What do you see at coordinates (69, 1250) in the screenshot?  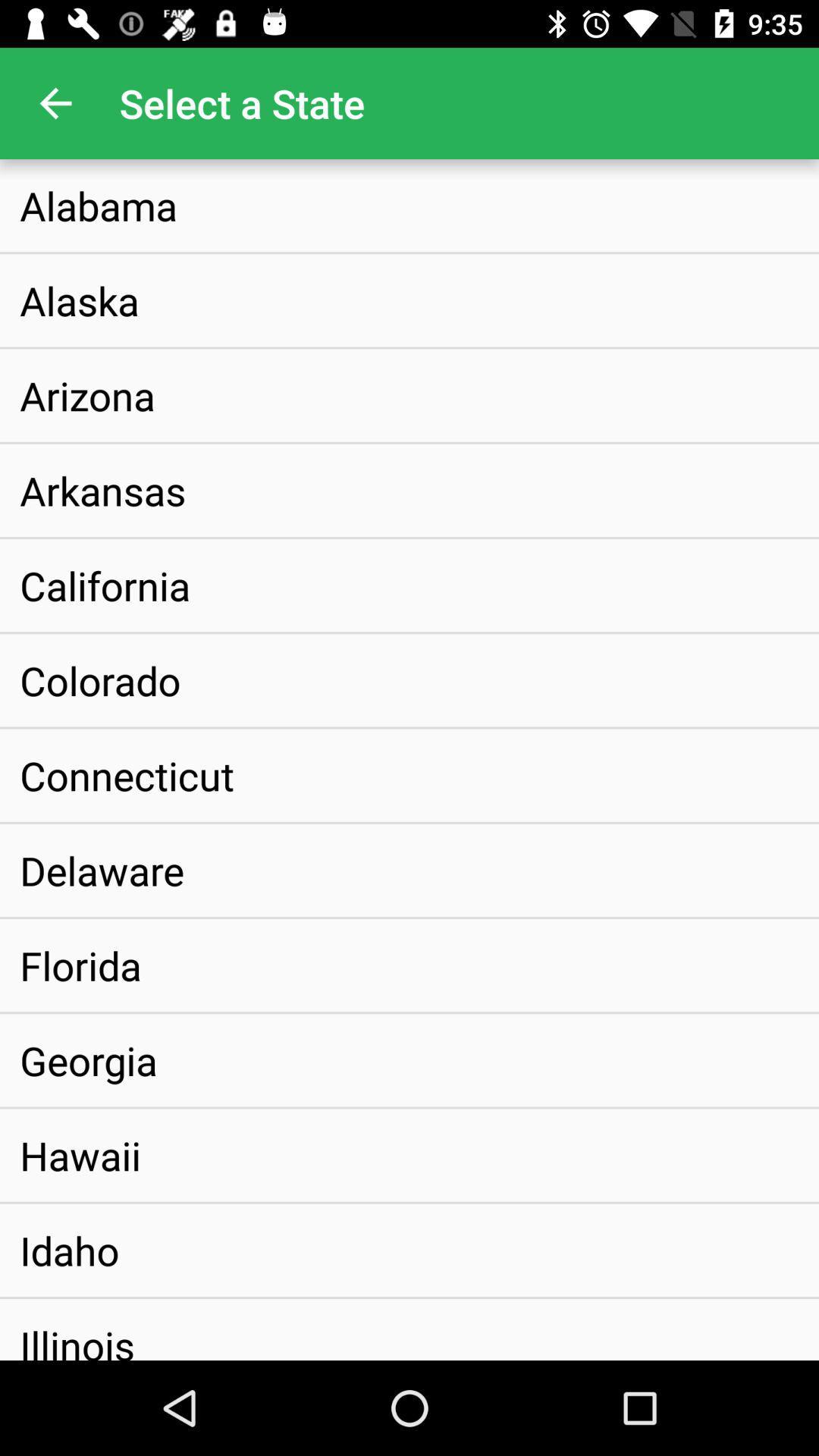 I see `idaho` at bounding box center [69, 1250].